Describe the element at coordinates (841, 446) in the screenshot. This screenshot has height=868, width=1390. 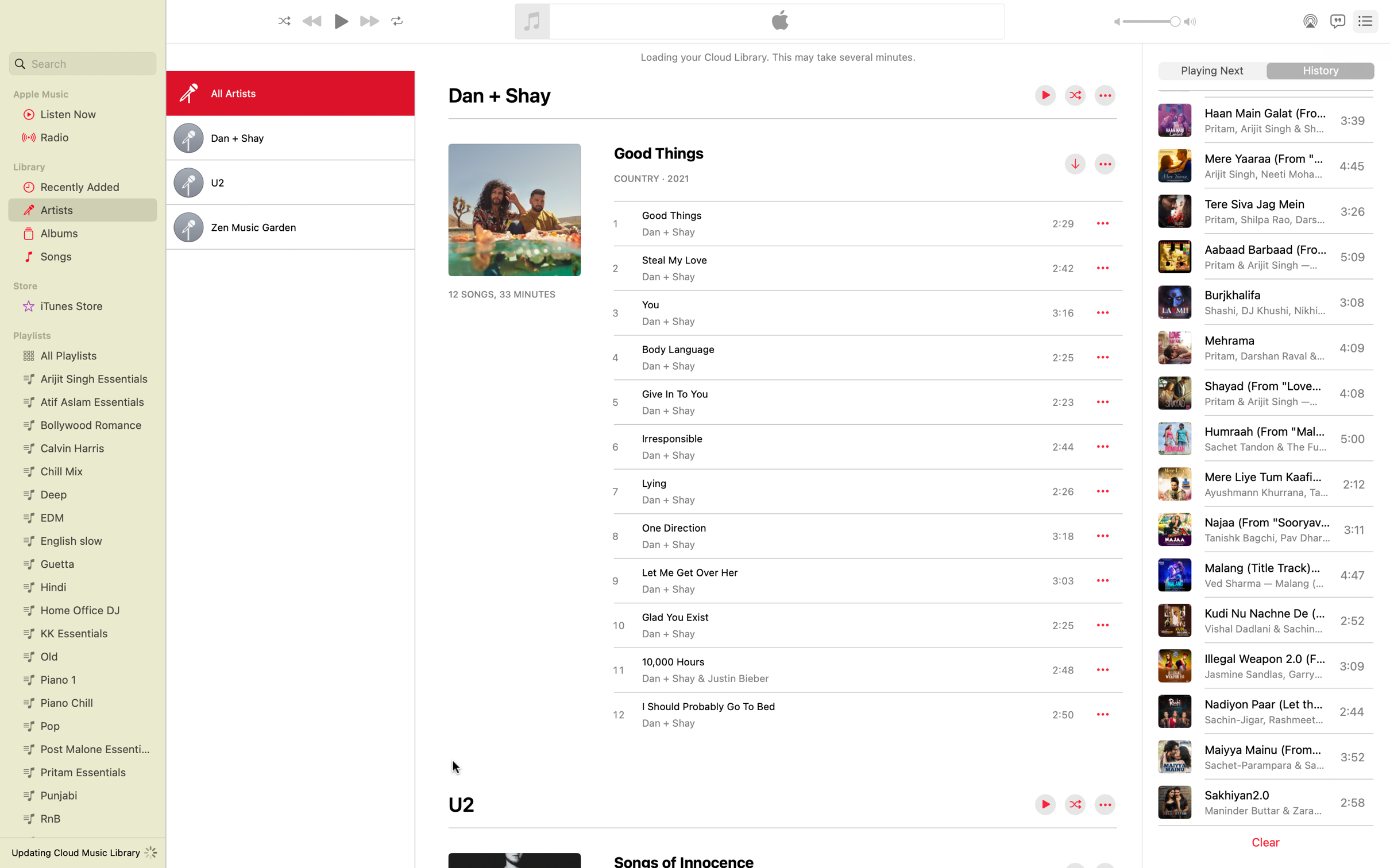
I see `Play the song irresponsible` at that location.